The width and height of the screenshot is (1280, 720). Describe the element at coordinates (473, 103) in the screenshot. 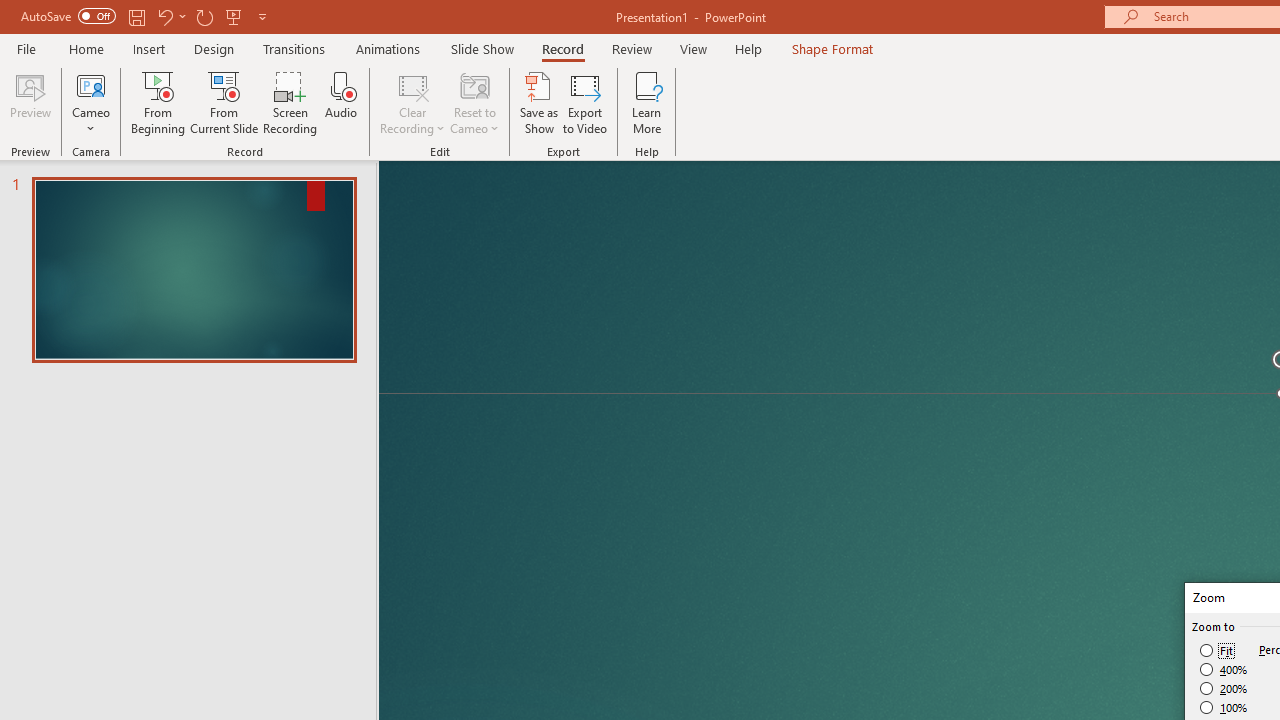

I see `'Reset to Cameo'` at that location.